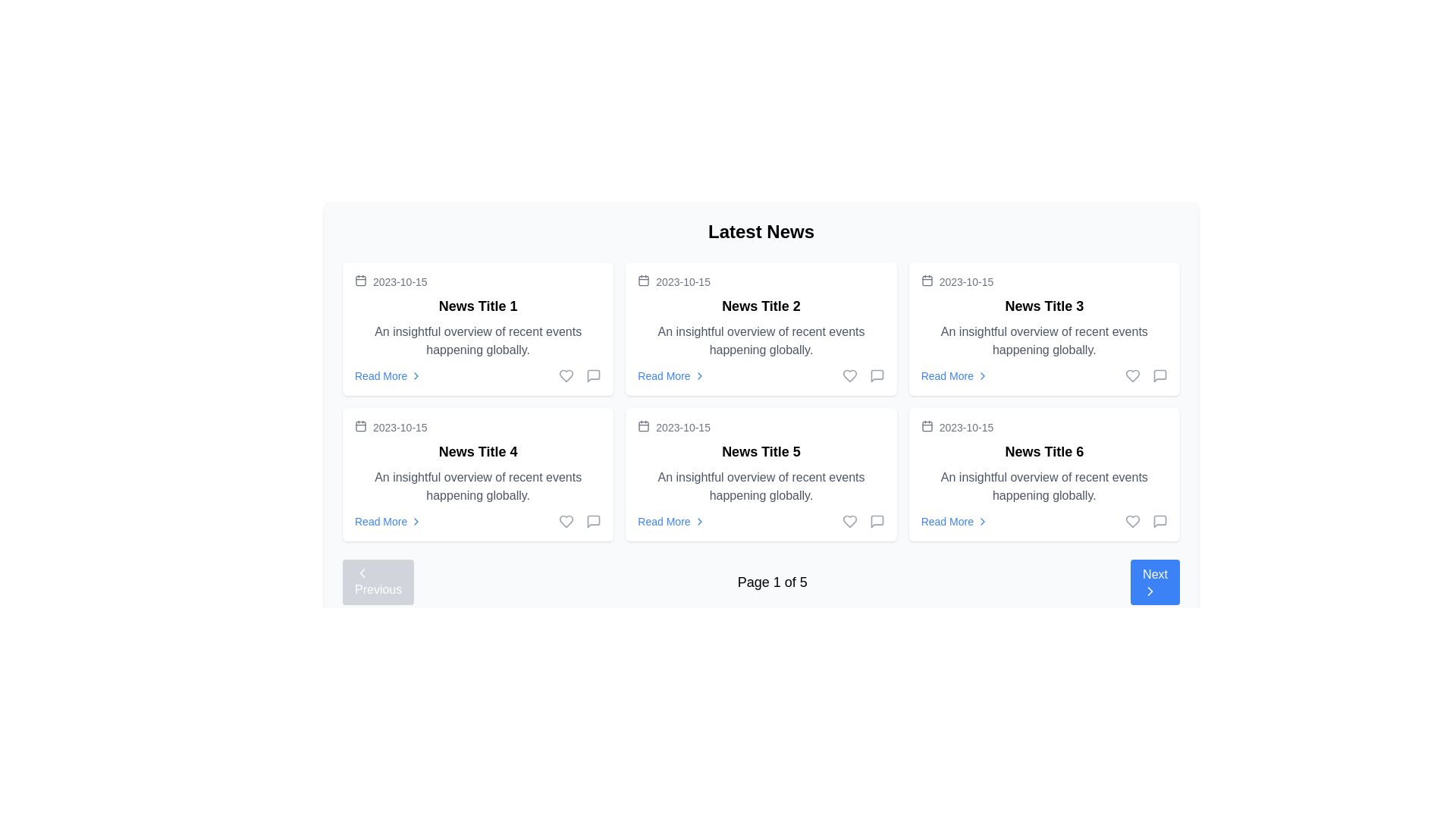 The image size is (1456, 819). Describe the element at coordinates (954, 520) in the screenshot. I see `the hyperlink with accompanying icon at the bottom area of the sixth card in the 'Latest News' section` at that location.